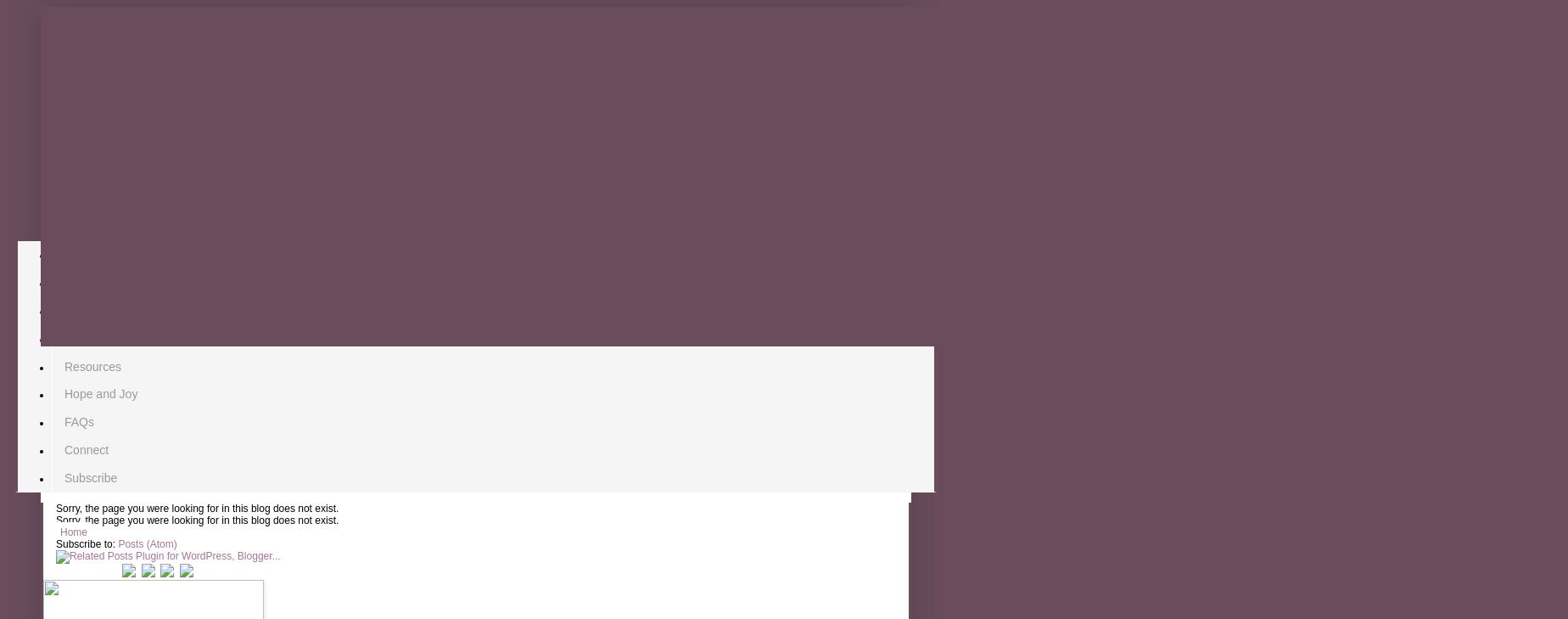 The image size is (1568, 619). I want to click on 'Pages', so click(41, 226).